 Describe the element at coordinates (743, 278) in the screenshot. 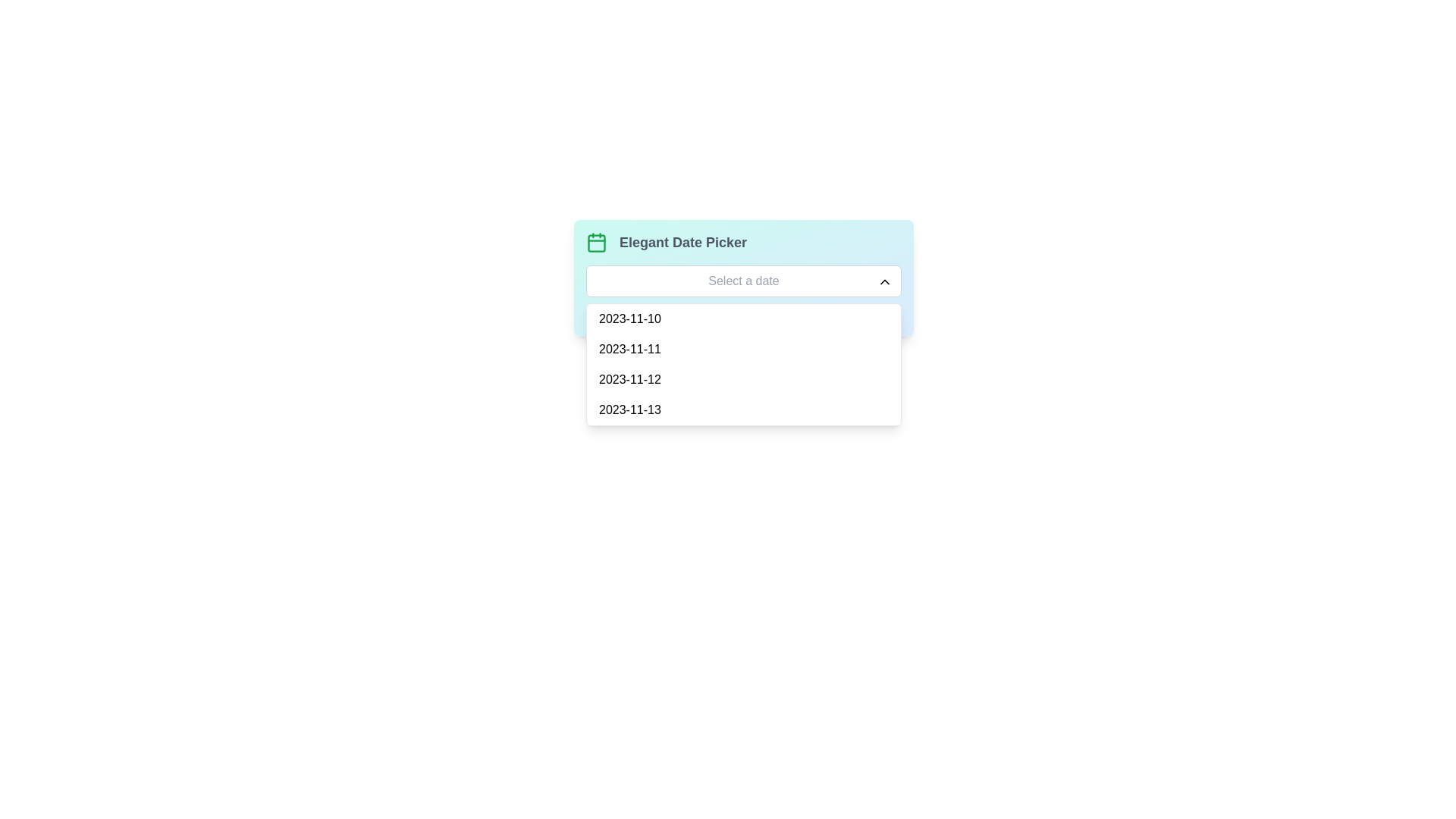

I see `a date from the dropdown in the 'Elegant Date Picker' component by clicking on it` at that location.